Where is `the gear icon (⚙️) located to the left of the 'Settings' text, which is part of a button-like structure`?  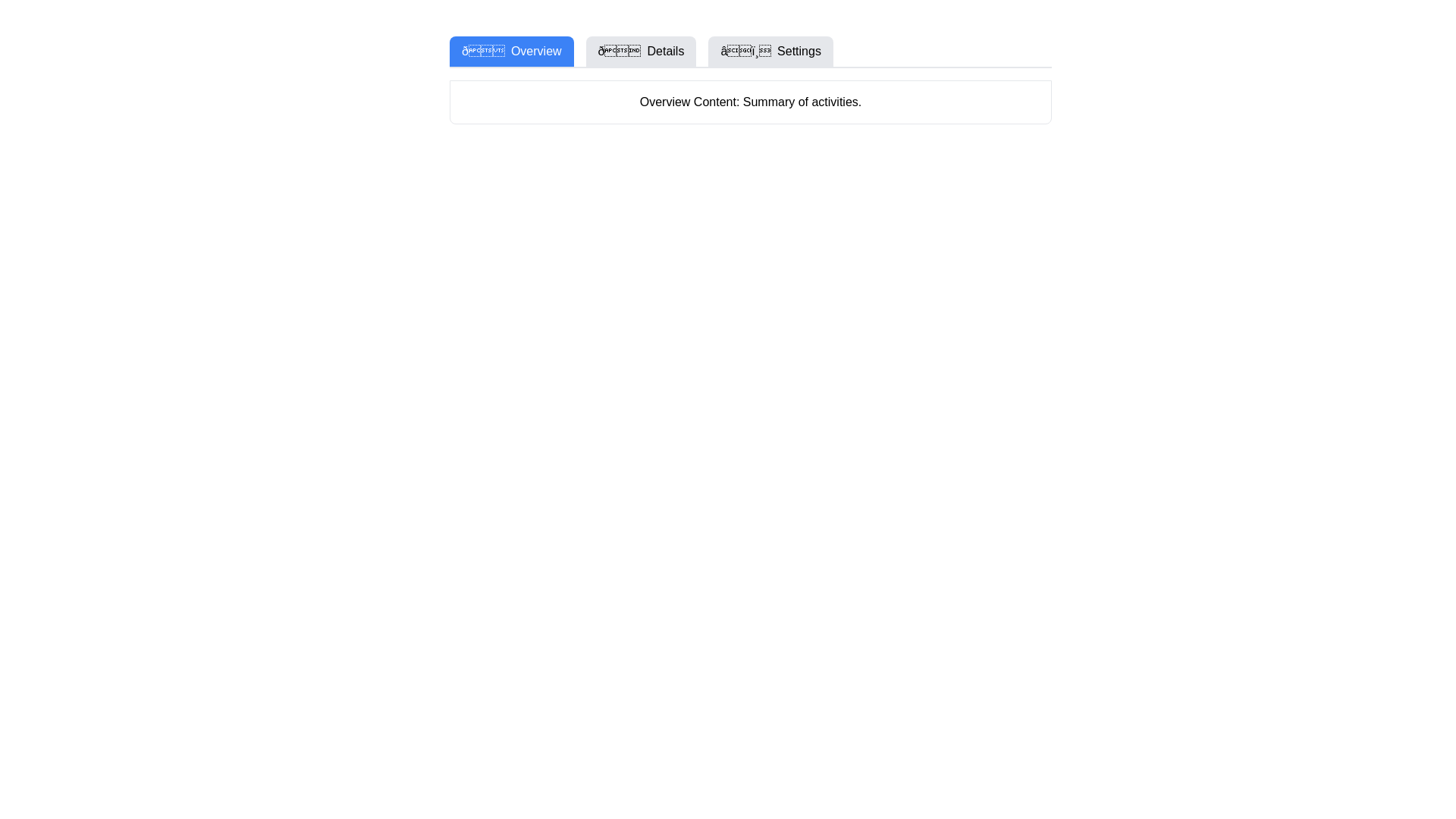
the gear icon (⚙️) located to the left of the 'Settings' text, which is part of a button-like structure is located at coordinates (745, 50).